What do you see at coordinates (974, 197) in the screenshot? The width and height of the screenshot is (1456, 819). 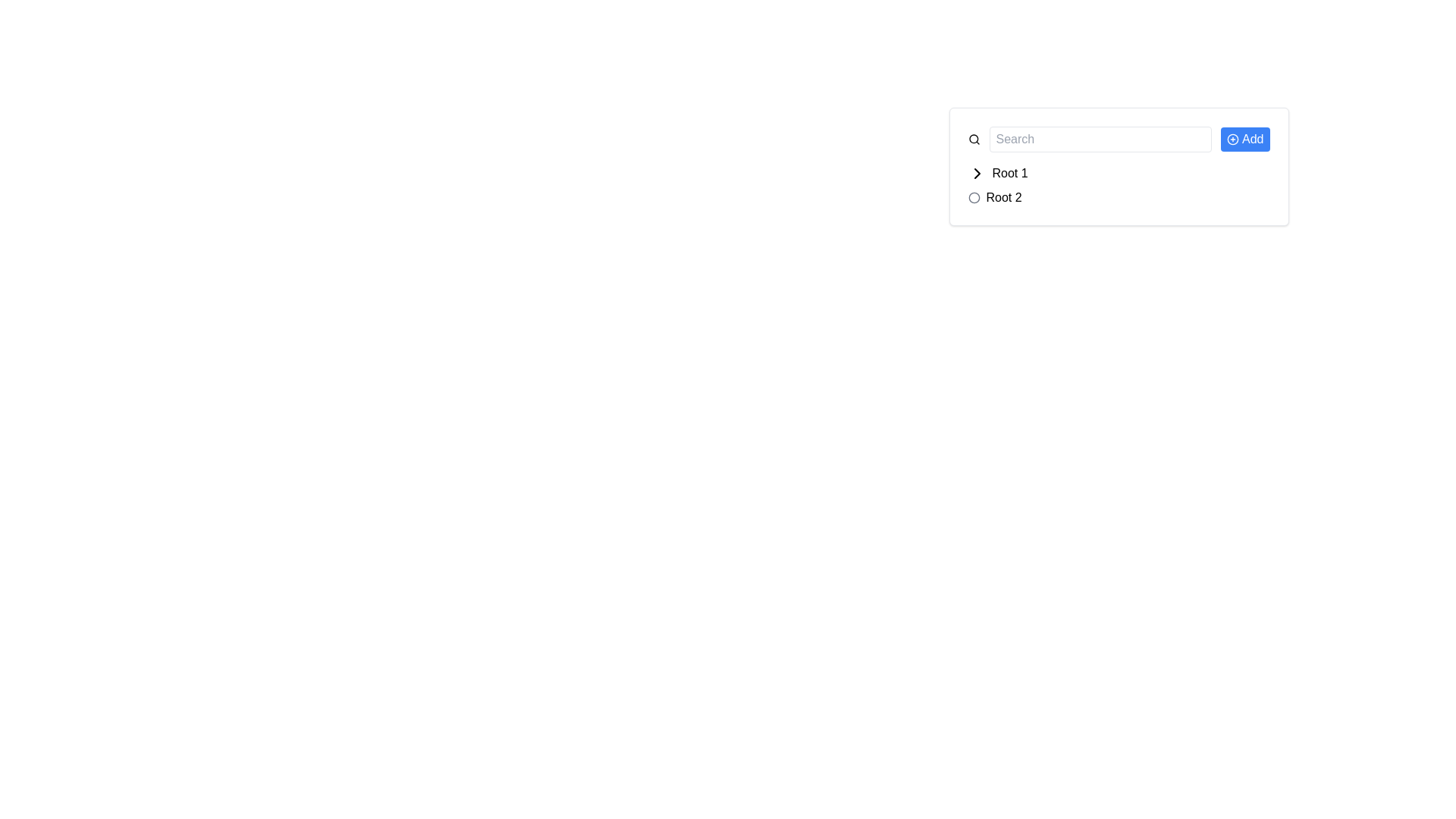 I see `SVG circle element that serves as a graphical accent next to the text 'Root 2' for additional details` at bounding box center [974, 197].